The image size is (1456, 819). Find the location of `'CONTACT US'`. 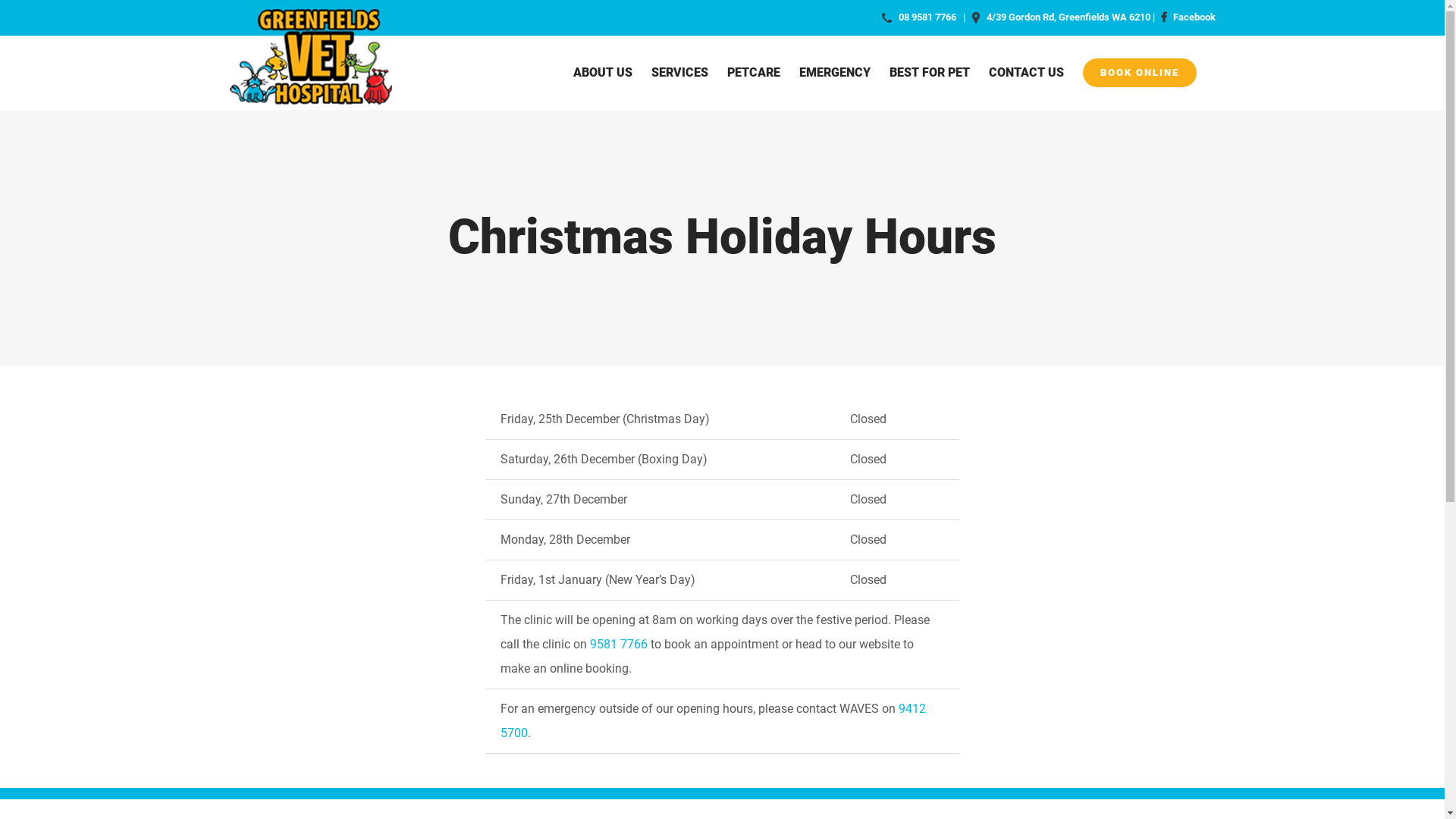

'CONTACT US' is located at coordinates (1026, 72).